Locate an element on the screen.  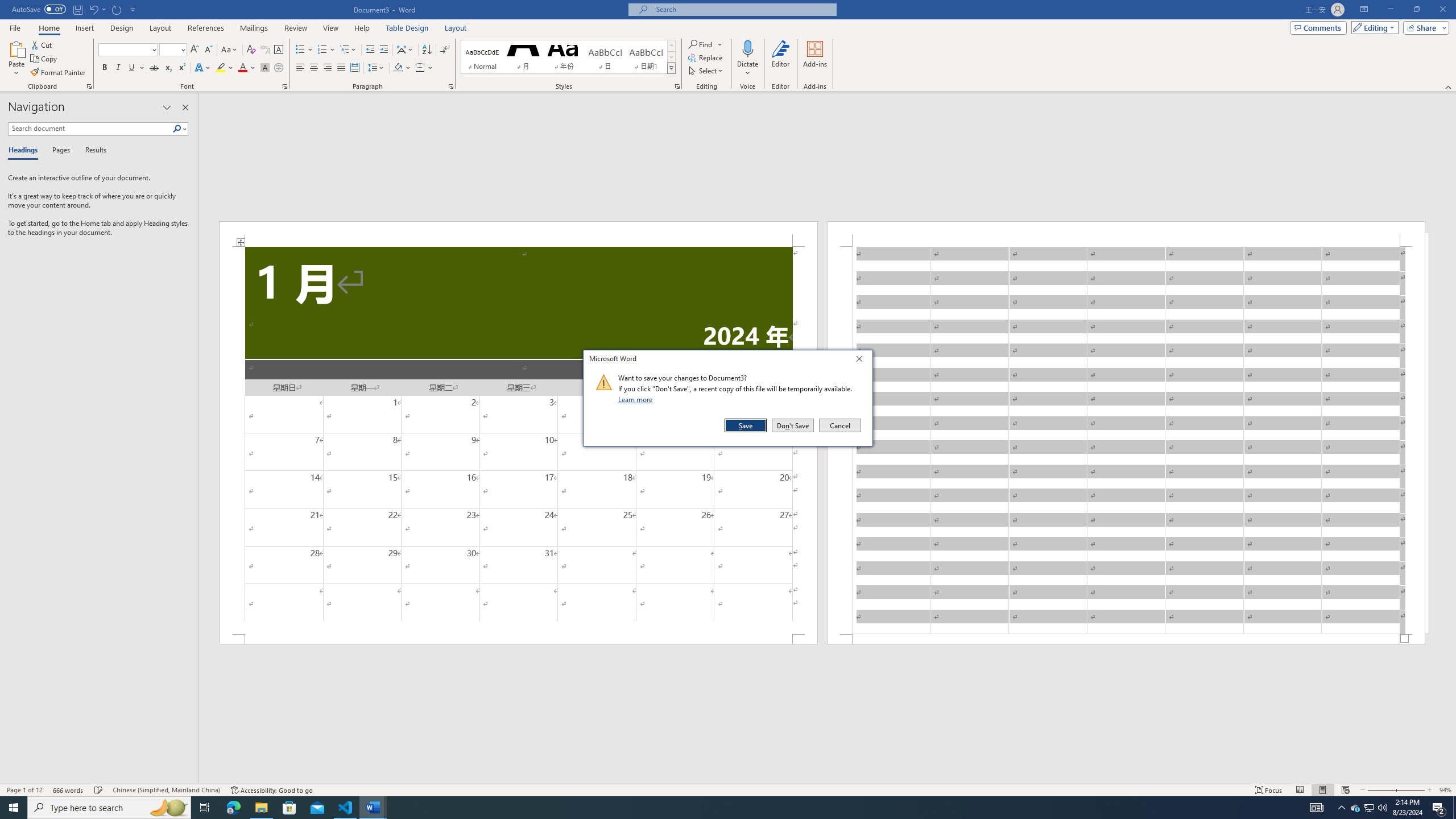
'Language Chinese (Simplified, Mainland China)' is located at coordinates (165, 790).